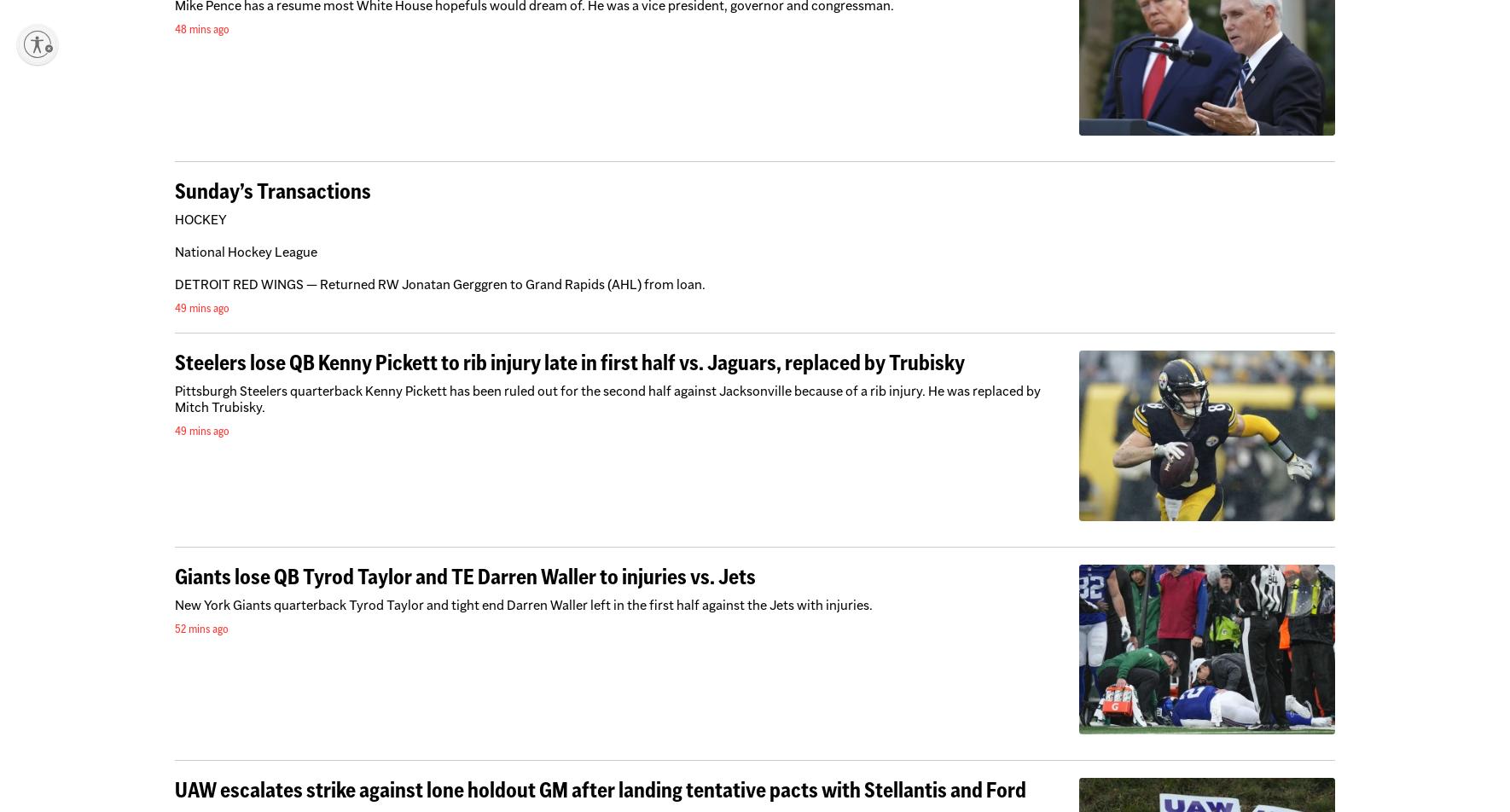 The image size is (1510, 812). Describe the element at coordinates (272, 189) in the screenshot. I see `'Sunday’s Transactions'` at that location.